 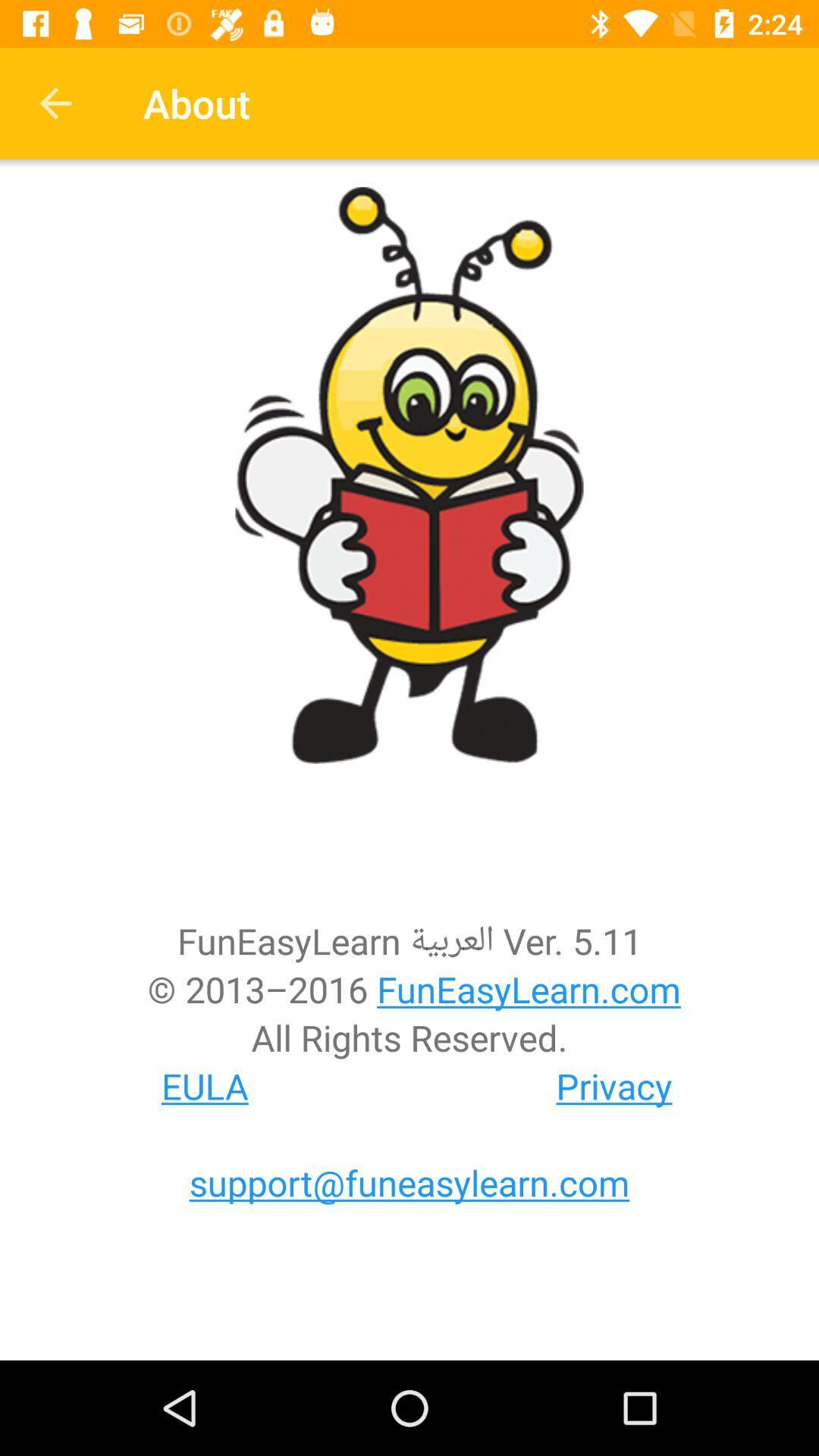 I want to click on item to the left of about item, so click(x=55, y=102).